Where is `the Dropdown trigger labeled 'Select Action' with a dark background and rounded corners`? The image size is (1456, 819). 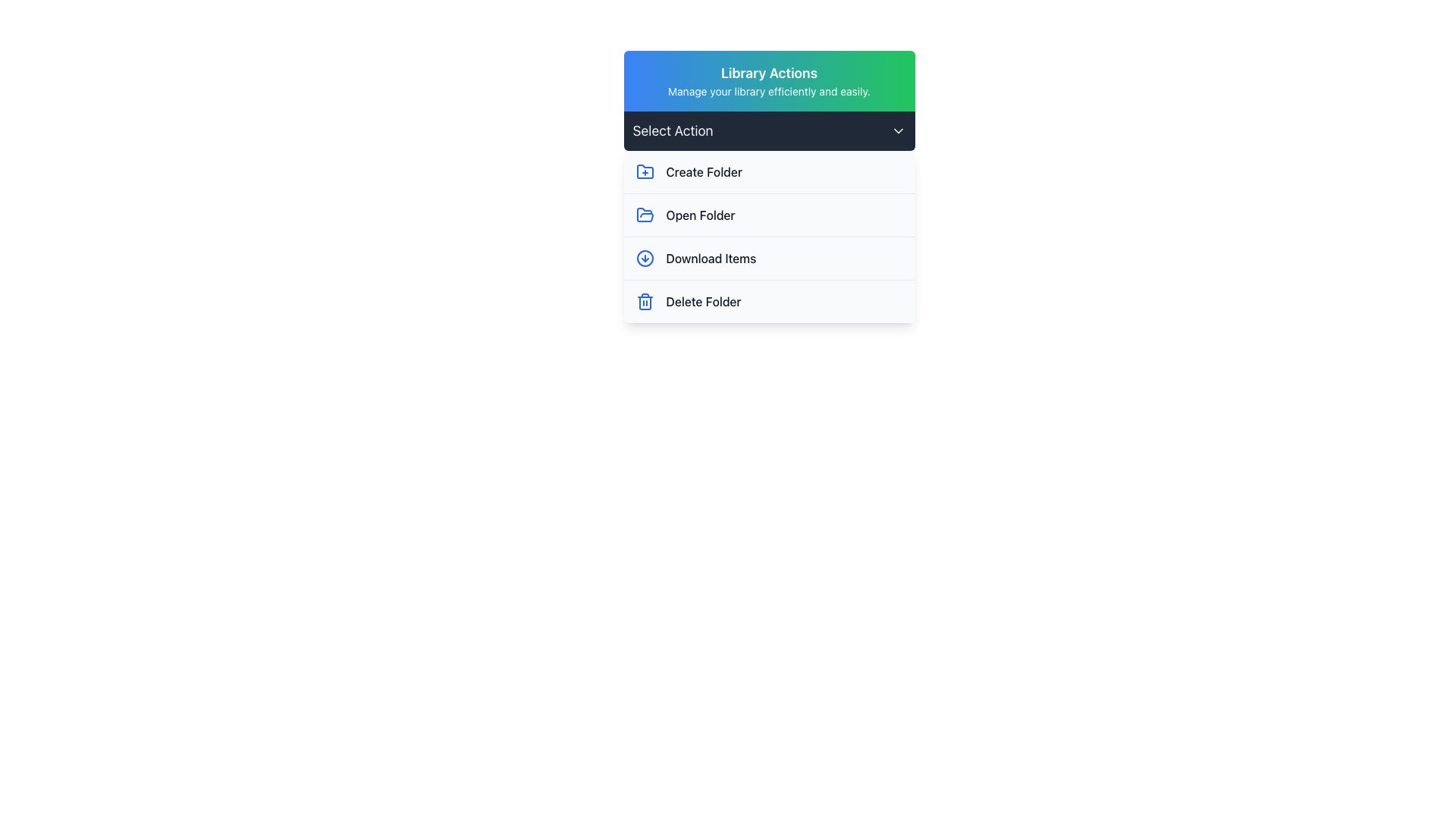 the Dropdown trigger labeled 'Select Action' with a dark background and rounded corners is located at coordinates (769, 130).